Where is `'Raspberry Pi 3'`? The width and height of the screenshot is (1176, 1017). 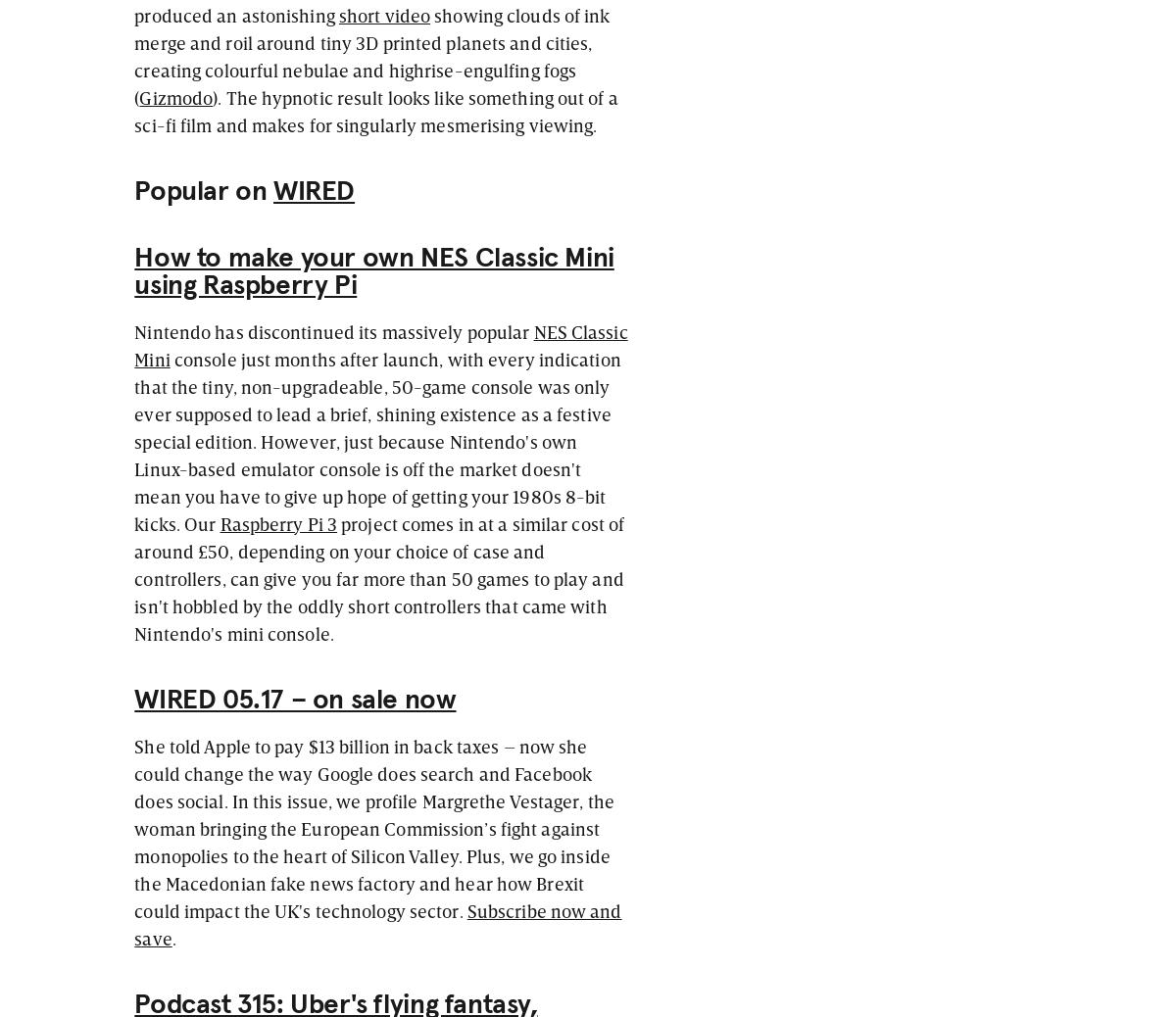 'Raspberry Pi 3' is located at coordinates (219, 521).